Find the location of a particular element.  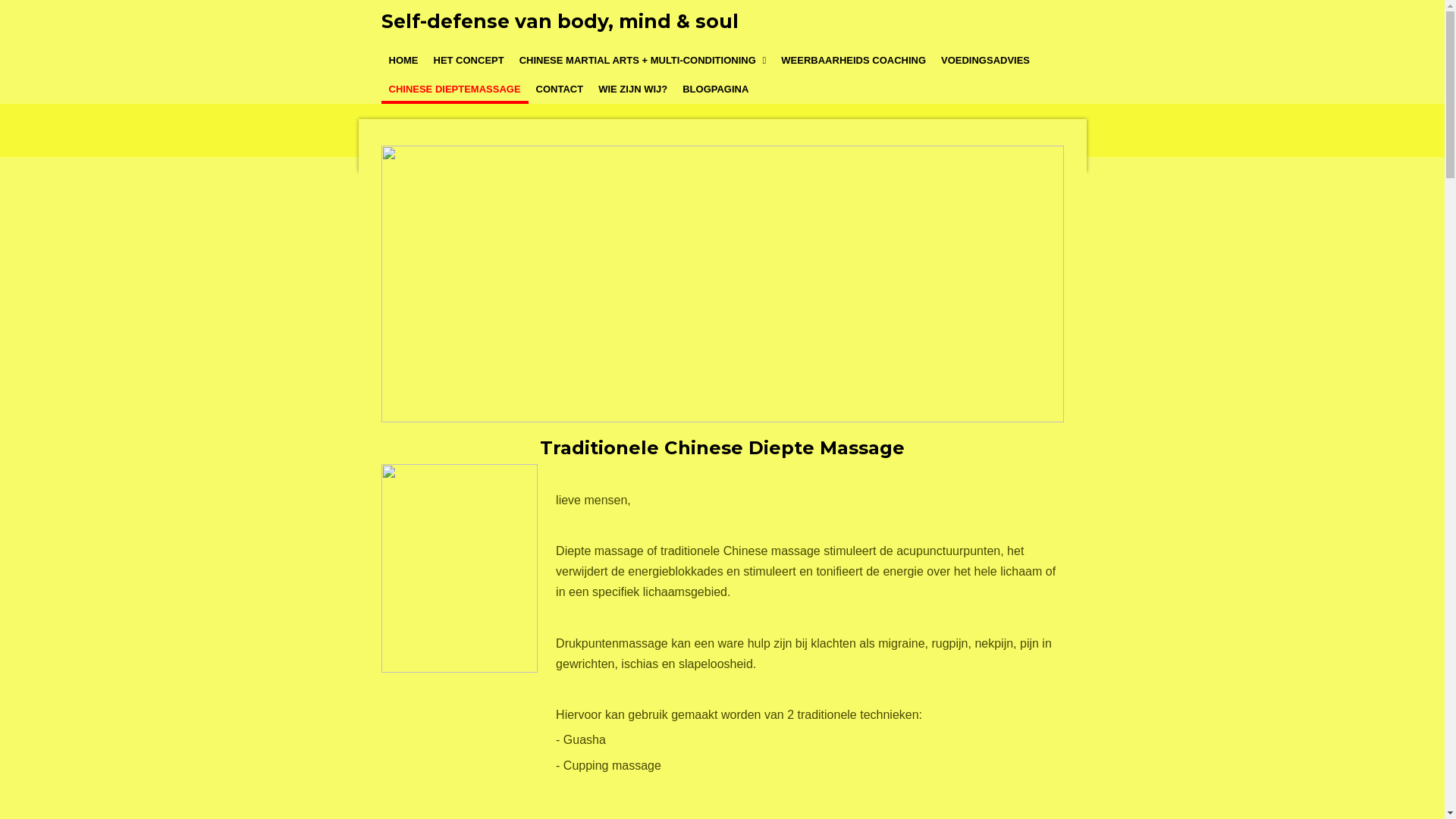

'HOME' is located at coordinates (403, 60).